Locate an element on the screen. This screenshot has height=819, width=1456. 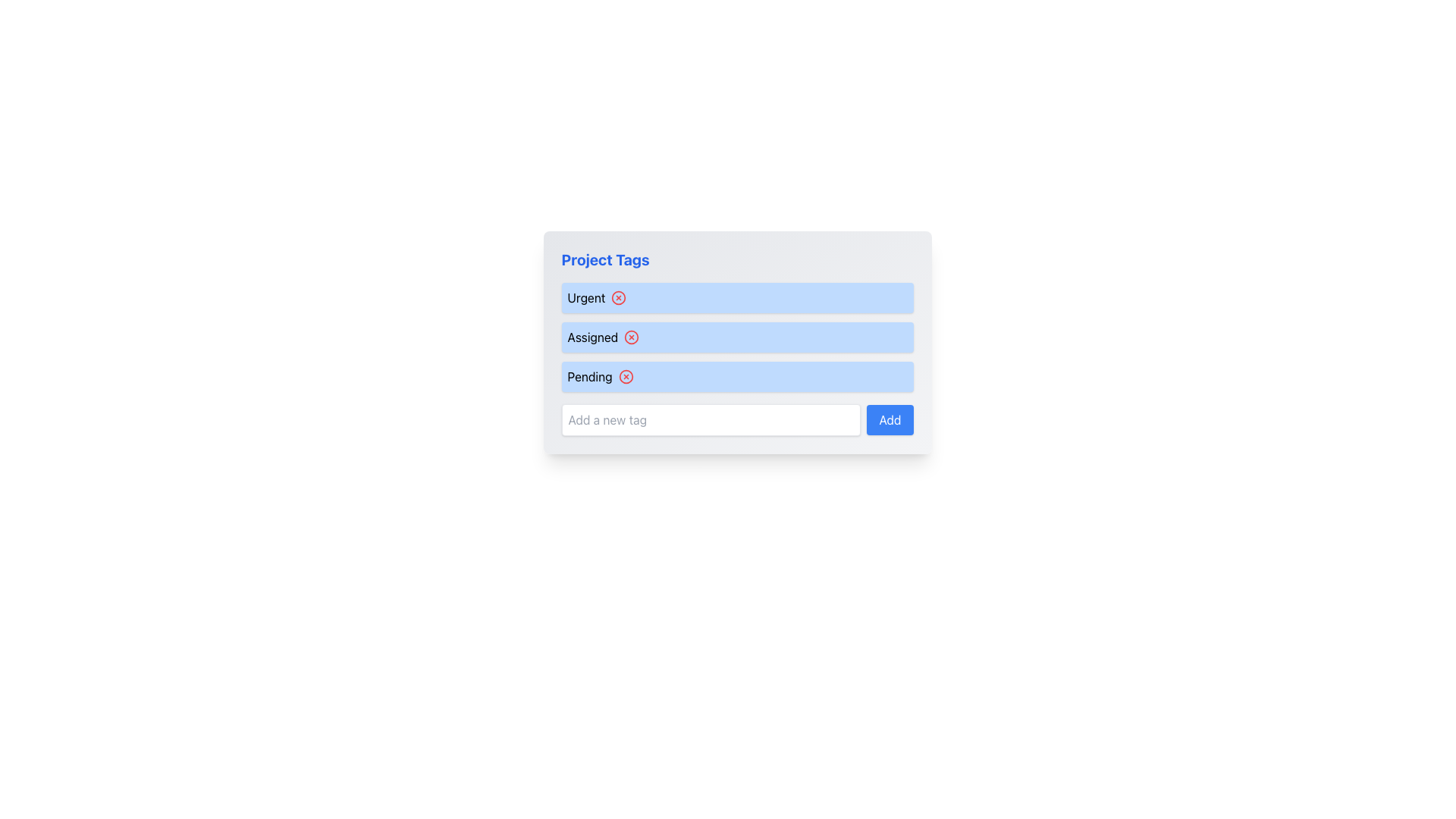
the confirm button for adding a new tag, located to the right of the 'Add a new tag' text input field in the 'Project Tags' section is located at coordinates (890, 420).